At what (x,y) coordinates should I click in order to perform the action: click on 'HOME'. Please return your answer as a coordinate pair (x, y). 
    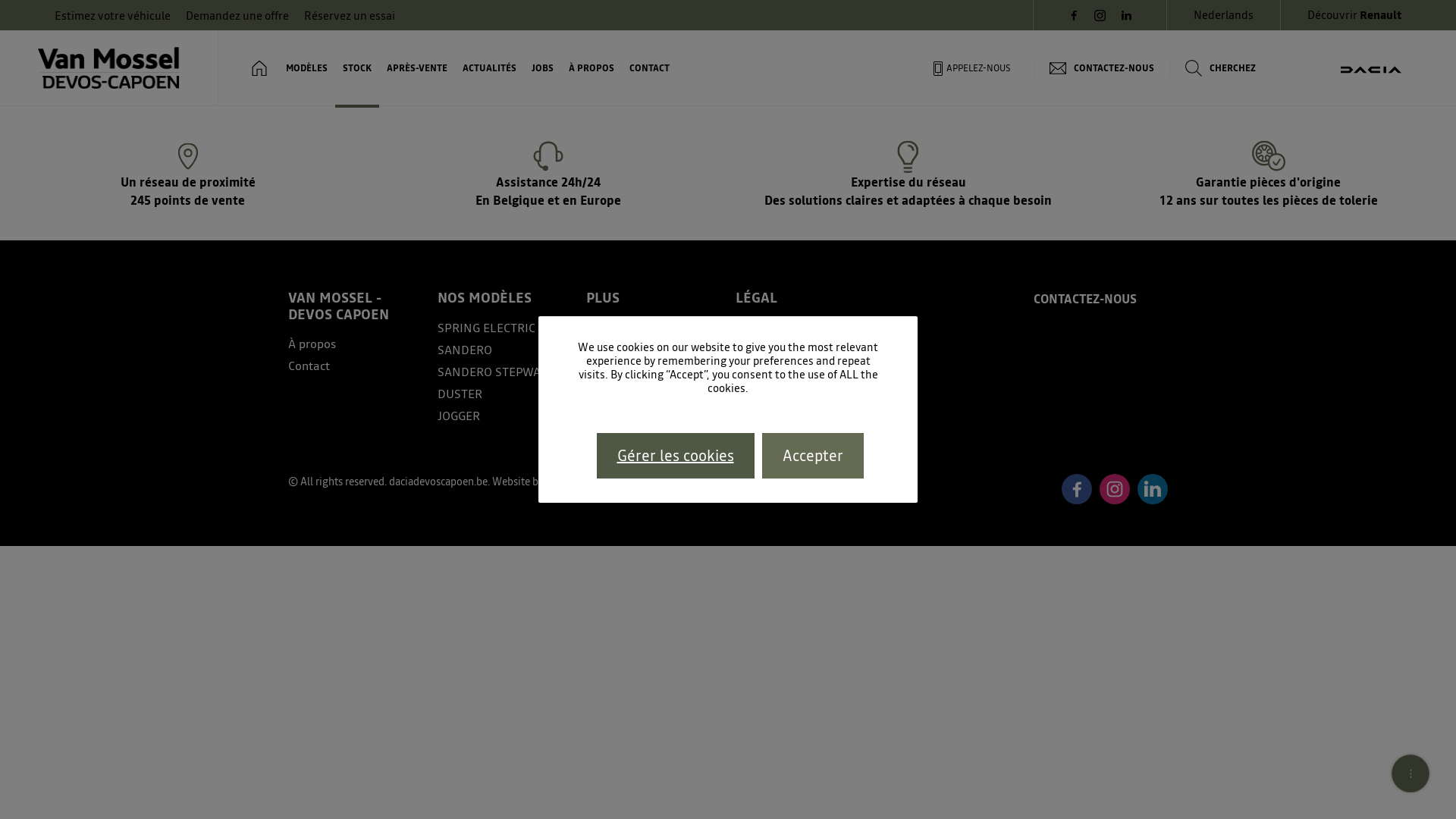
    Looking at the image, I should click on (259, 67).